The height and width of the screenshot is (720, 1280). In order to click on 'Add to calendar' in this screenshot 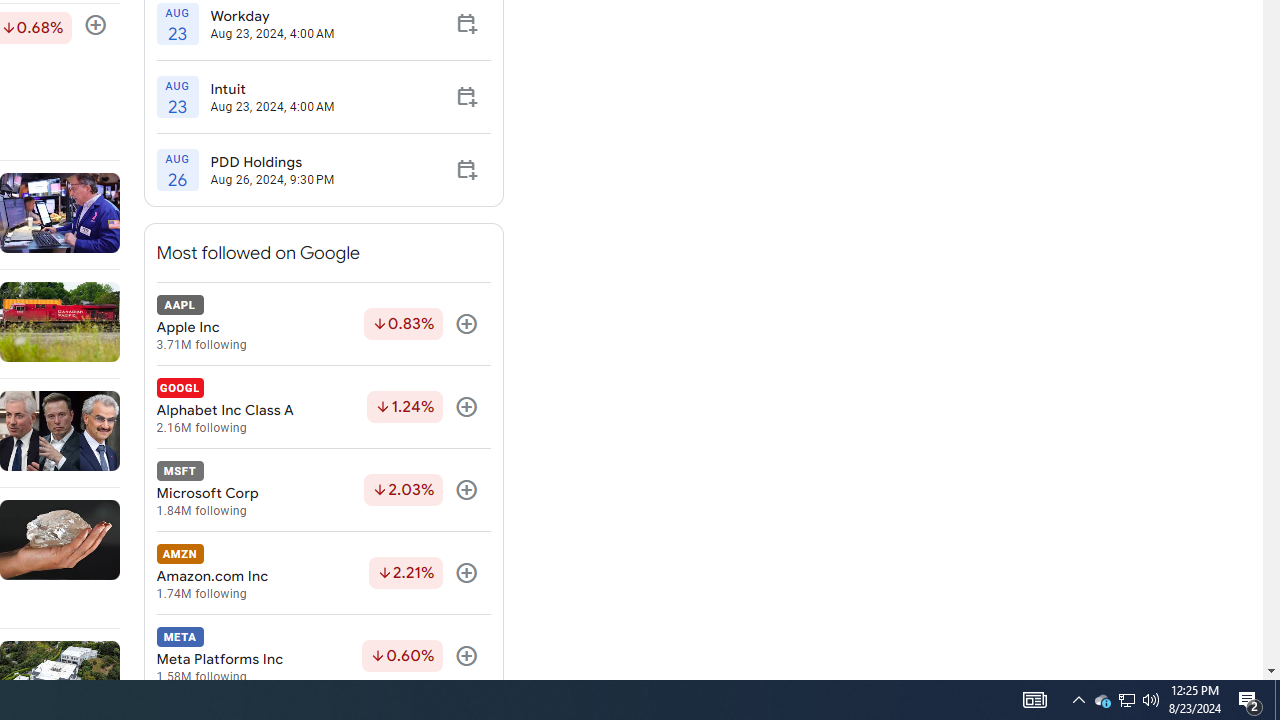, I will do `click(465, 168)`.